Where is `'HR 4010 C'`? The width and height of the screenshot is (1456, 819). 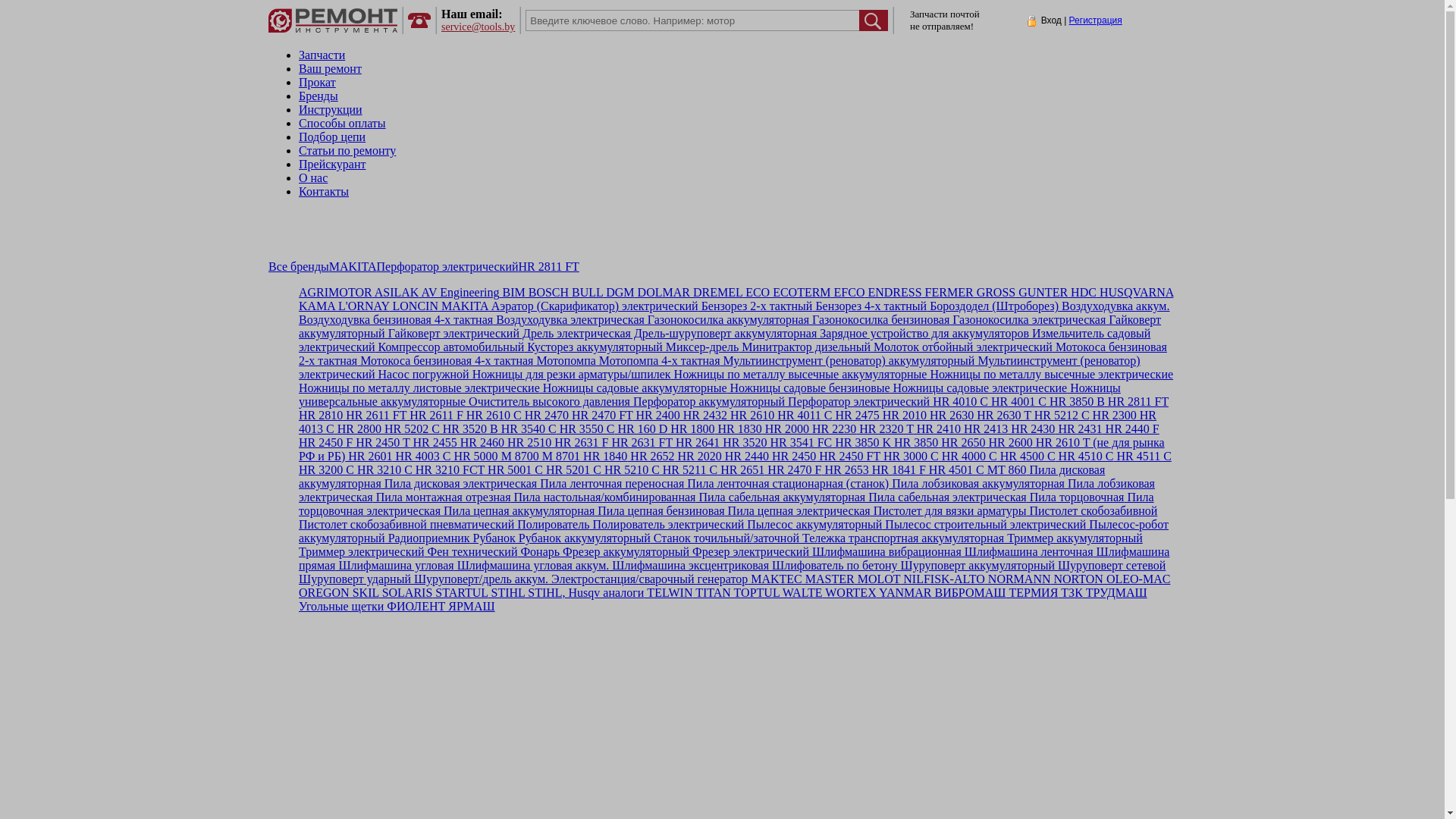
'HR 4010 C' is located at coordinates (958, 400).